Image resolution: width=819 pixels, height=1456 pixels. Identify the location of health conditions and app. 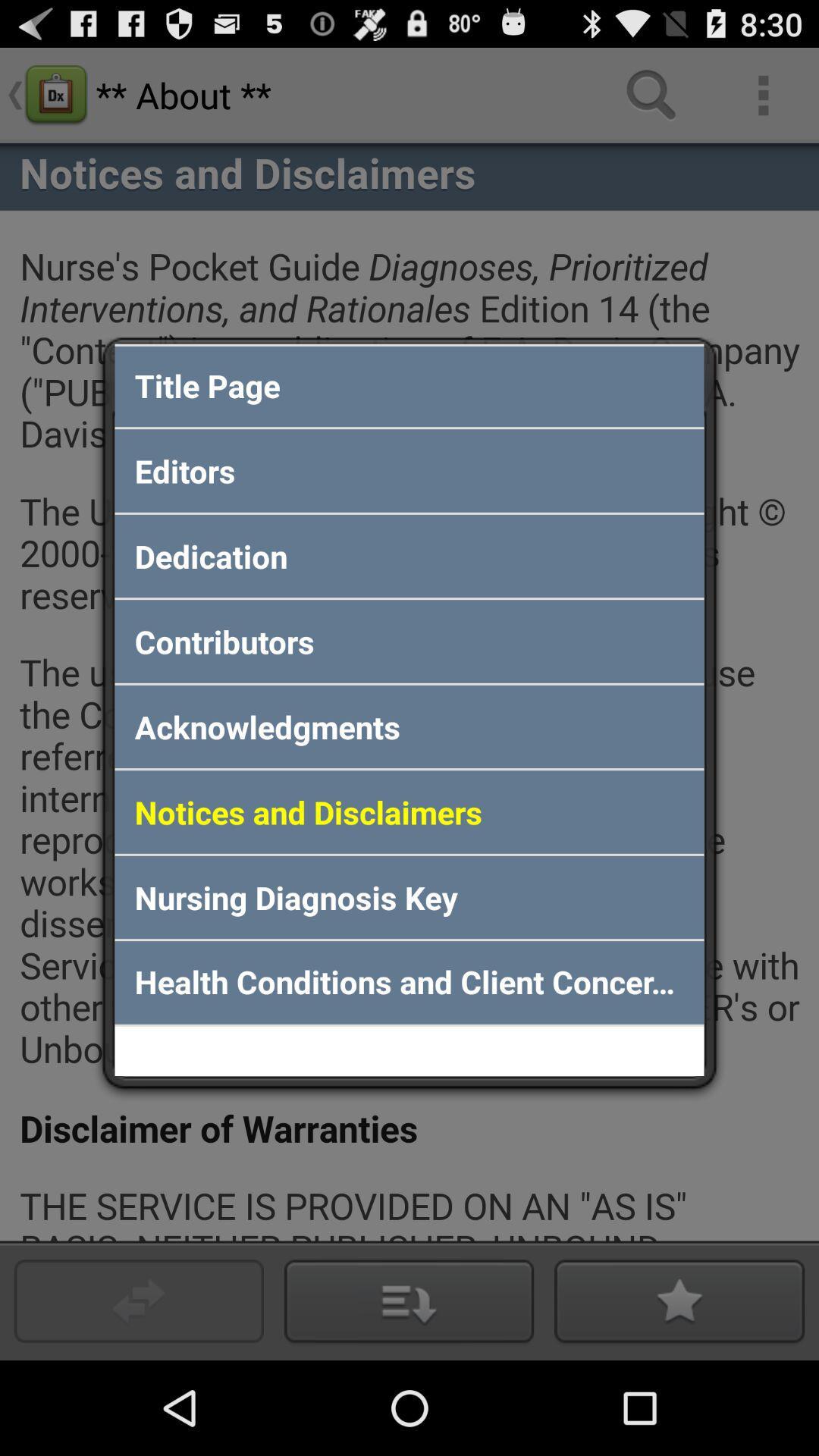
(409, 983).